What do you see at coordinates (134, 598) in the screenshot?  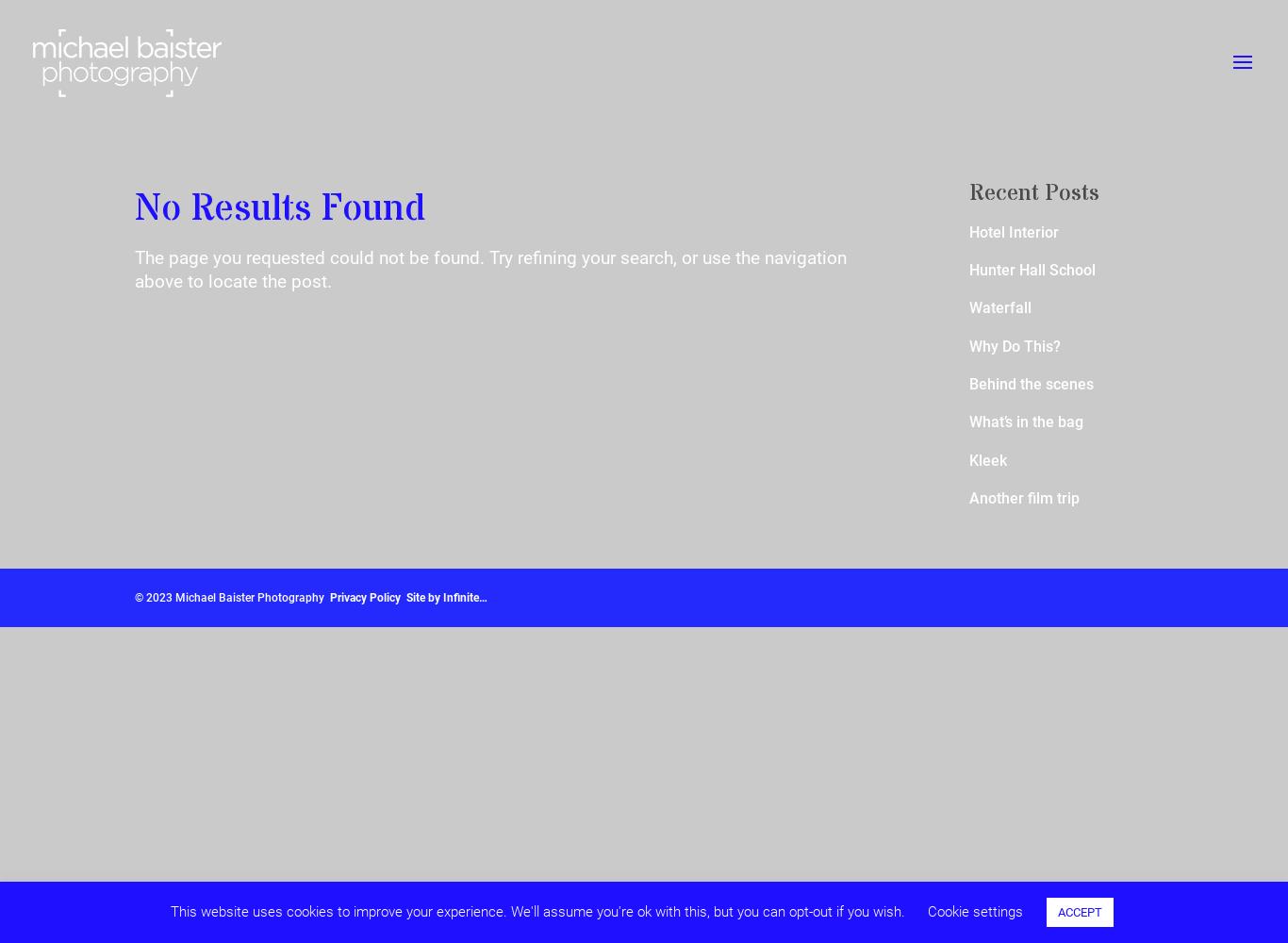 I see `'© 2023 Michael Baister Photography'` at bounding box center [134, 598].